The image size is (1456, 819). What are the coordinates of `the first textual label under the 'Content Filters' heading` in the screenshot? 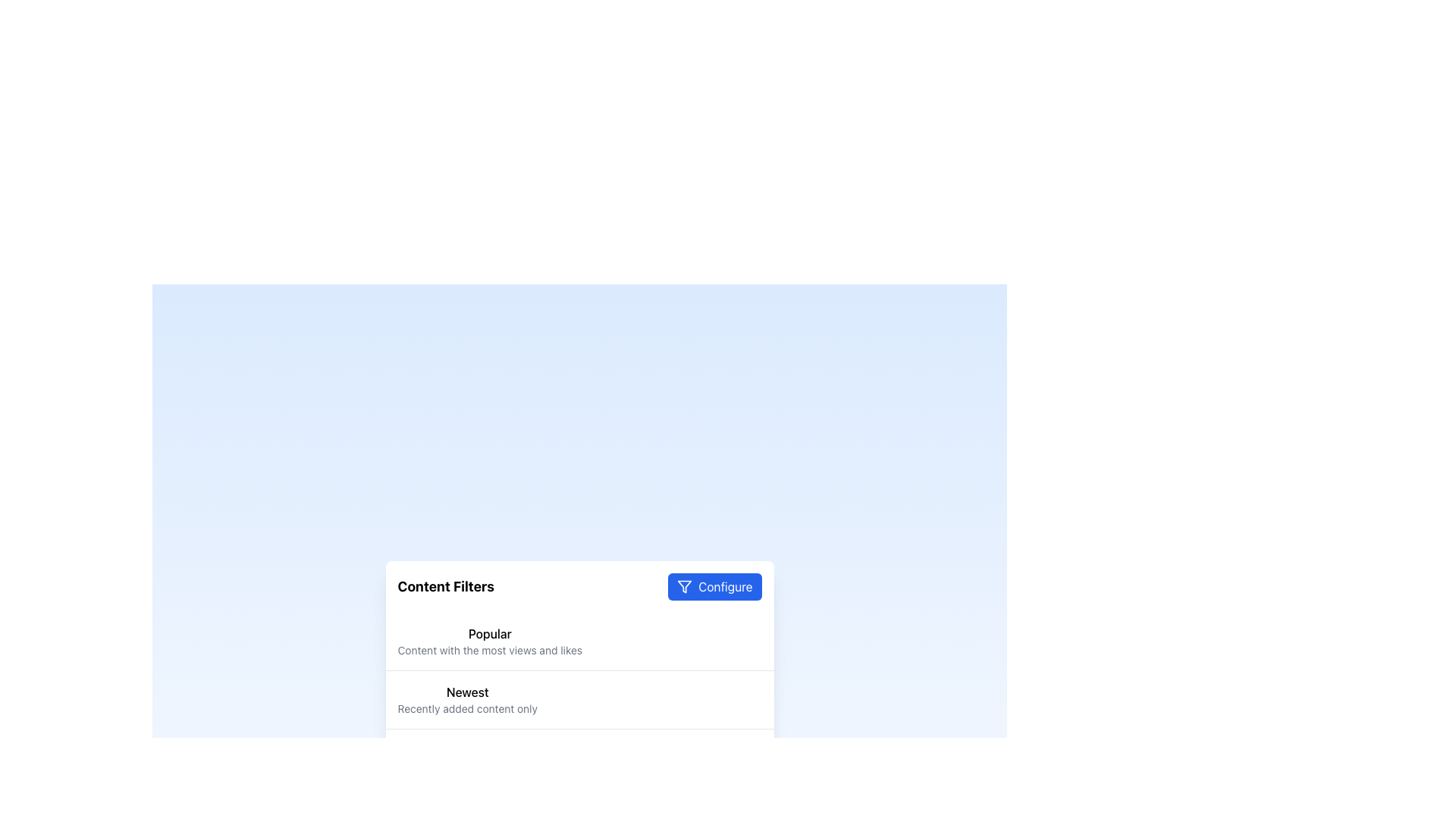 It's located at (490, 634).